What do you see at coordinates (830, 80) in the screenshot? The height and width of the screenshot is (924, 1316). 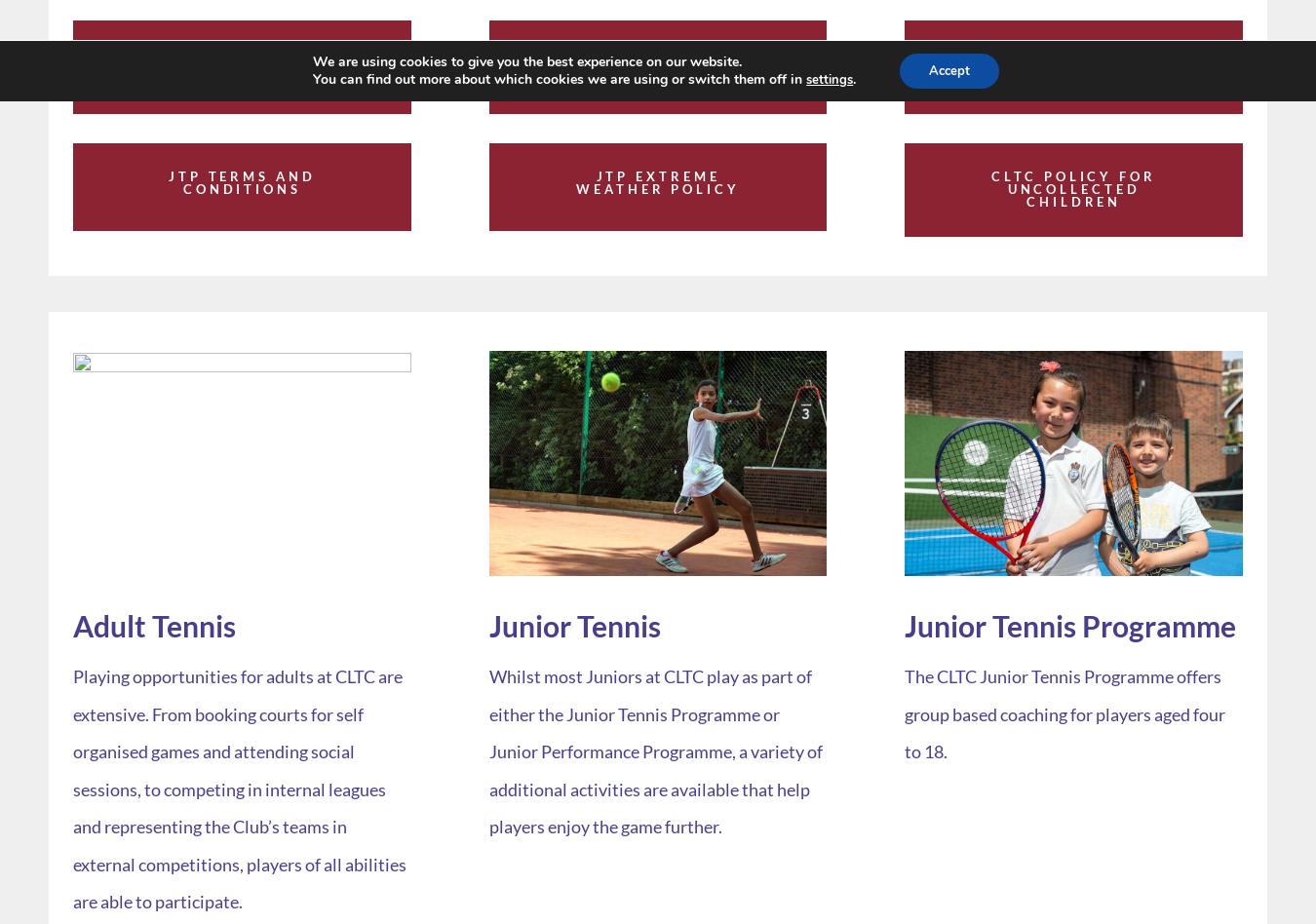 I see `'settings'` at bounding box center [830, 80].